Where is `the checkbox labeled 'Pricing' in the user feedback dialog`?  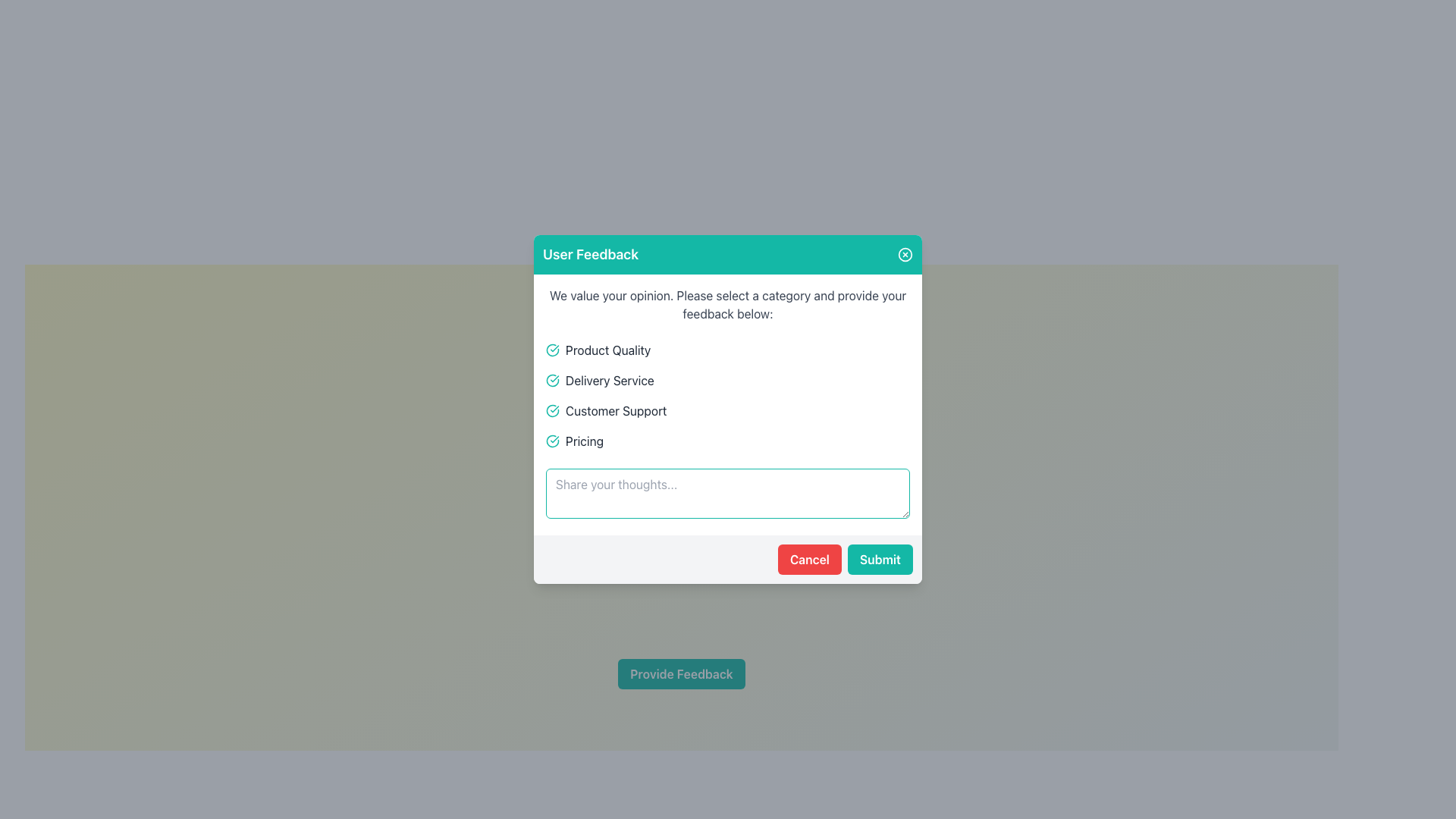
the checkbox labeled 'Pricing' in the user feedback dialog is located at coordinates (728, 441).